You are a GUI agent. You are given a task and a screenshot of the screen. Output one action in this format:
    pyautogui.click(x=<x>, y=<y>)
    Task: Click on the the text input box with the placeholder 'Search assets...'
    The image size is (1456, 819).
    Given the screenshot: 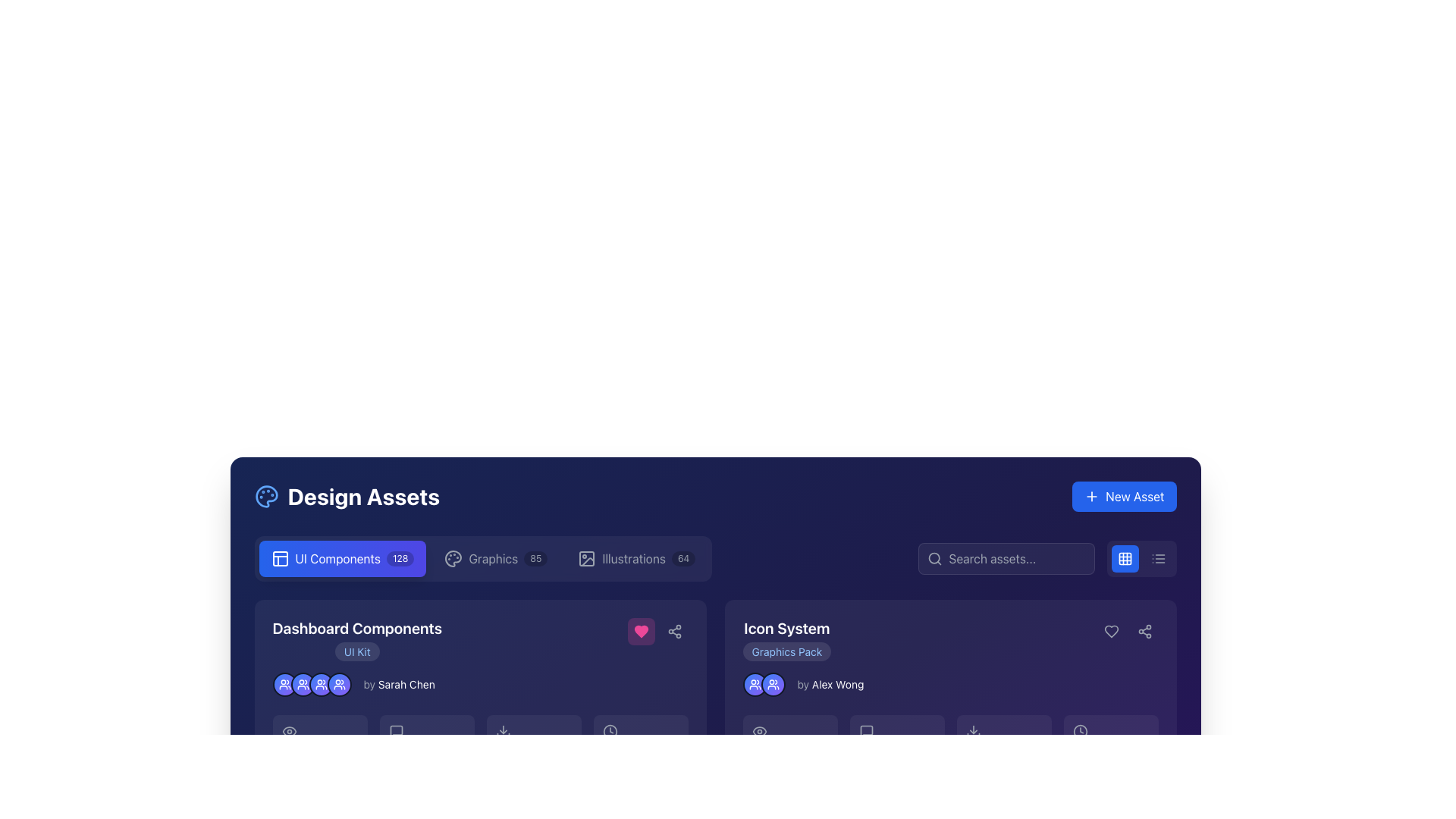 What is the action you would take?
    pyautogui.click(x=1006, y=558)
    